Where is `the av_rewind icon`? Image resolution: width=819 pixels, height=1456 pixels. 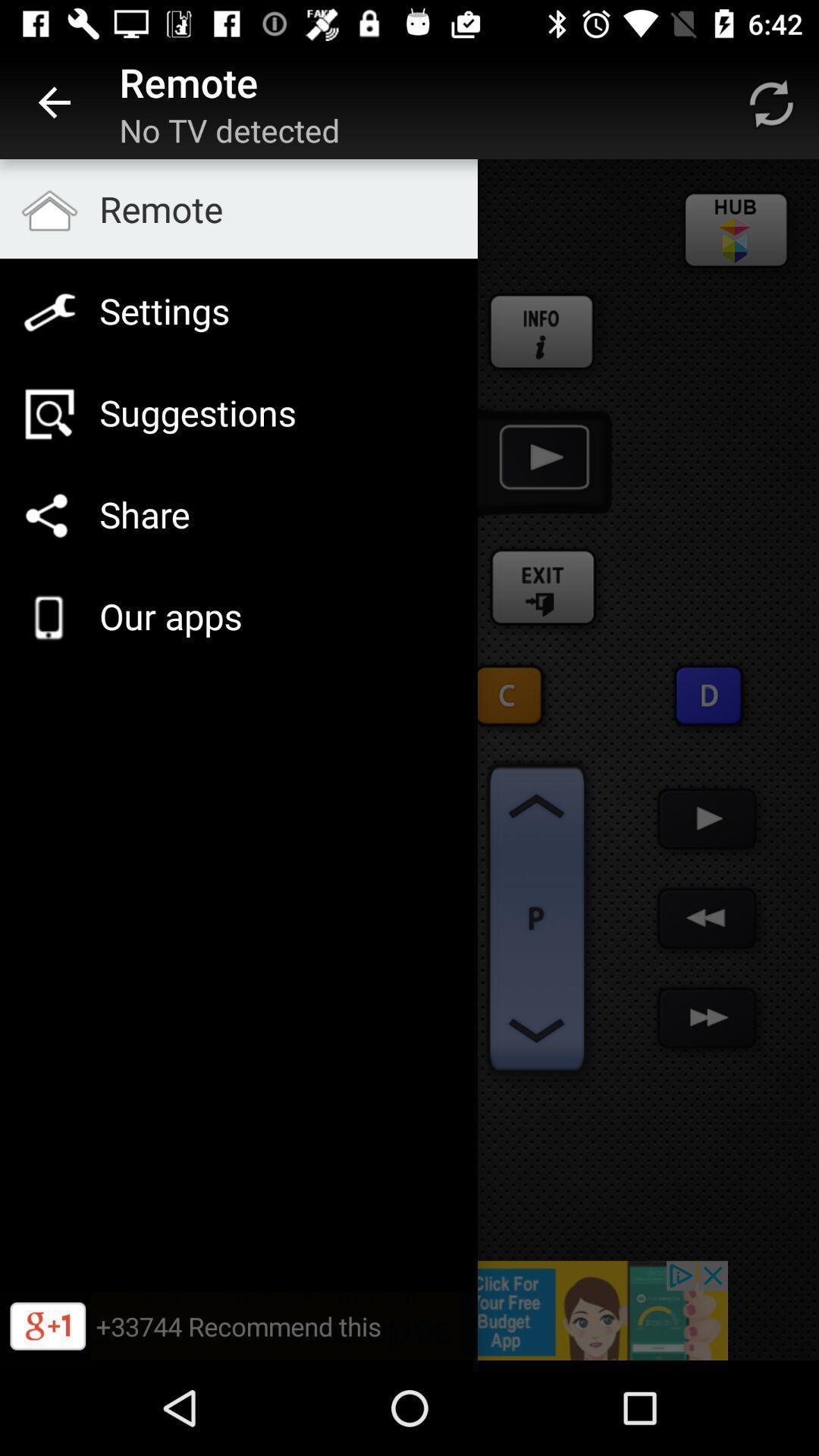 the av_rewind icon is located at coordinates (708, 918).